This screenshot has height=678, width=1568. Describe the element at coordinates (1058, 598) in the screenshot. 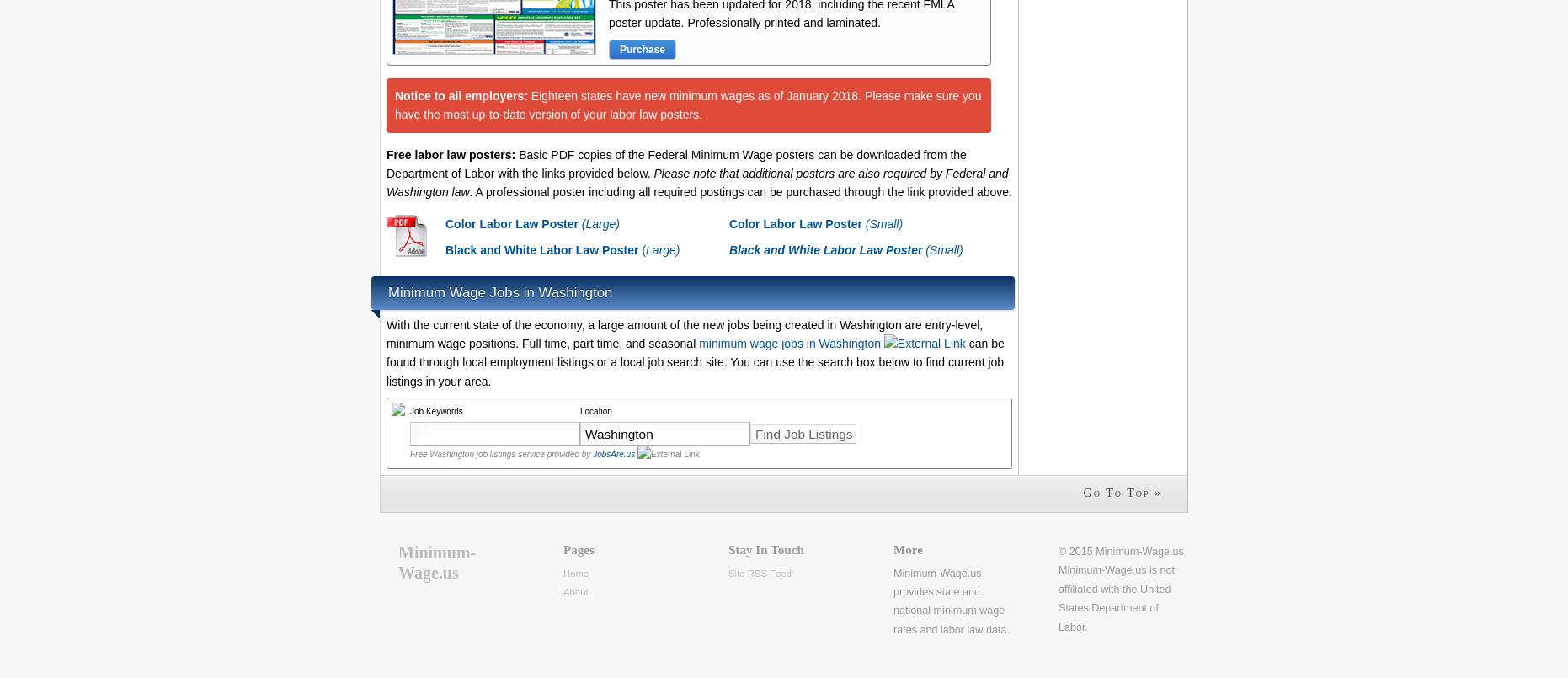

I see `'Minimum-Wage.us is not affiliated with the United States Department of Labor.'` at that location.